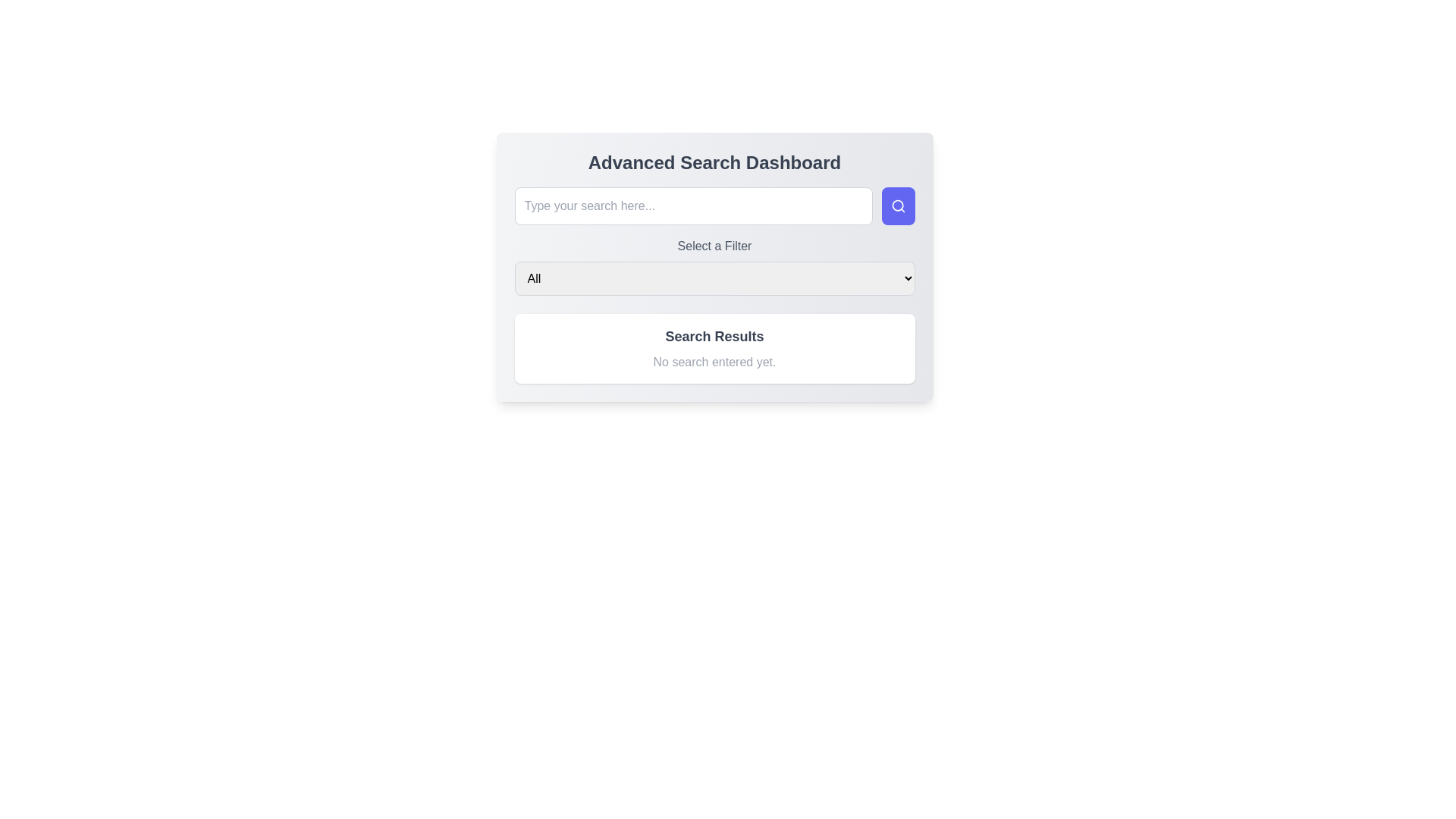 Image resolution: width=1456 pixels, height=819 pixels. I want to click on the dropdown menu located centrally within the 'Advanced Search Dashboard' card, so click(714, 265).